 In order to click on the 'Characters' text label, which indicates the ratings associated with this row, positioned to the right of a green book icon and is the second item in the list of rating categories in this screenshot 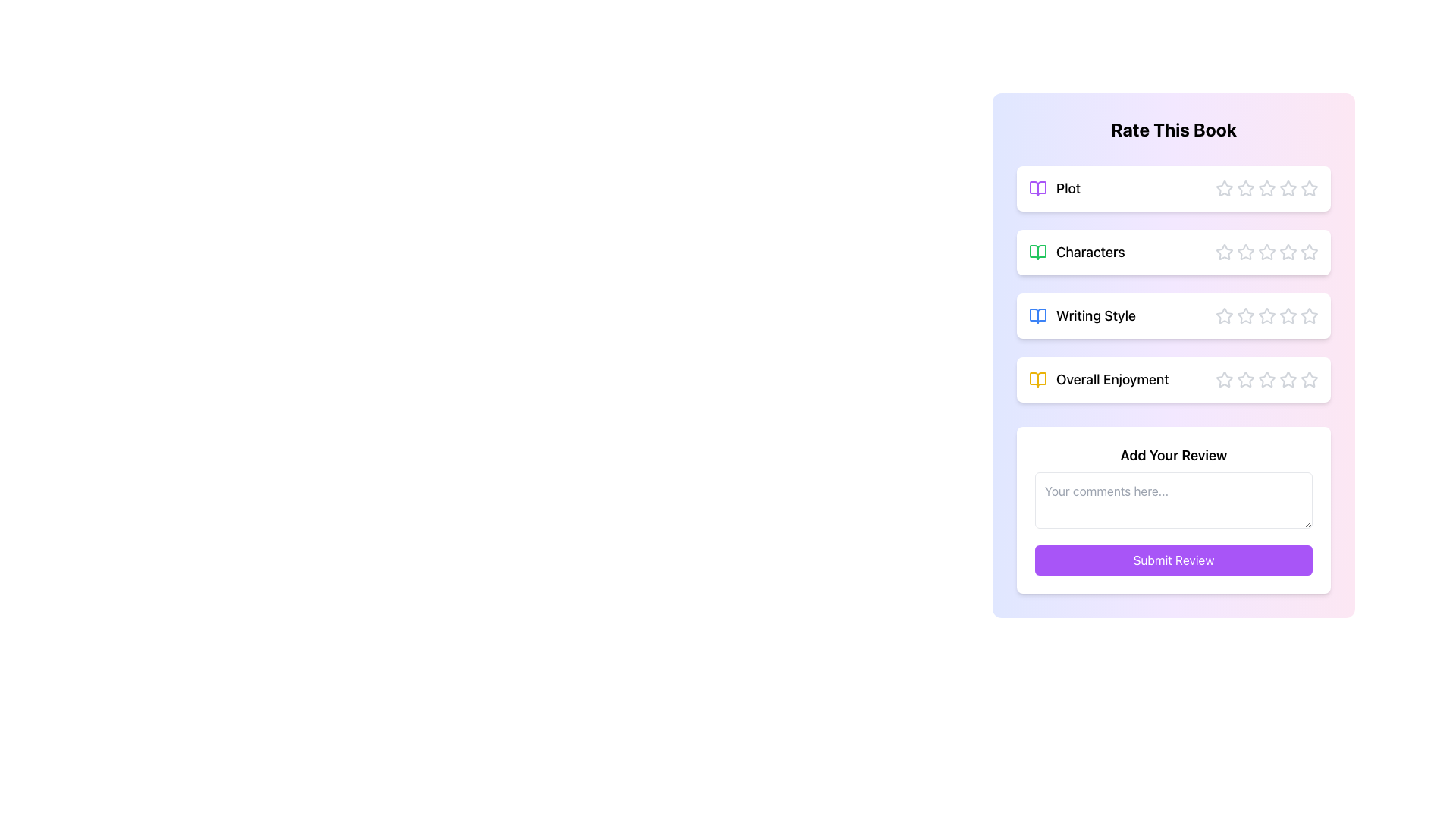, I will do `click(1090, 251)`.